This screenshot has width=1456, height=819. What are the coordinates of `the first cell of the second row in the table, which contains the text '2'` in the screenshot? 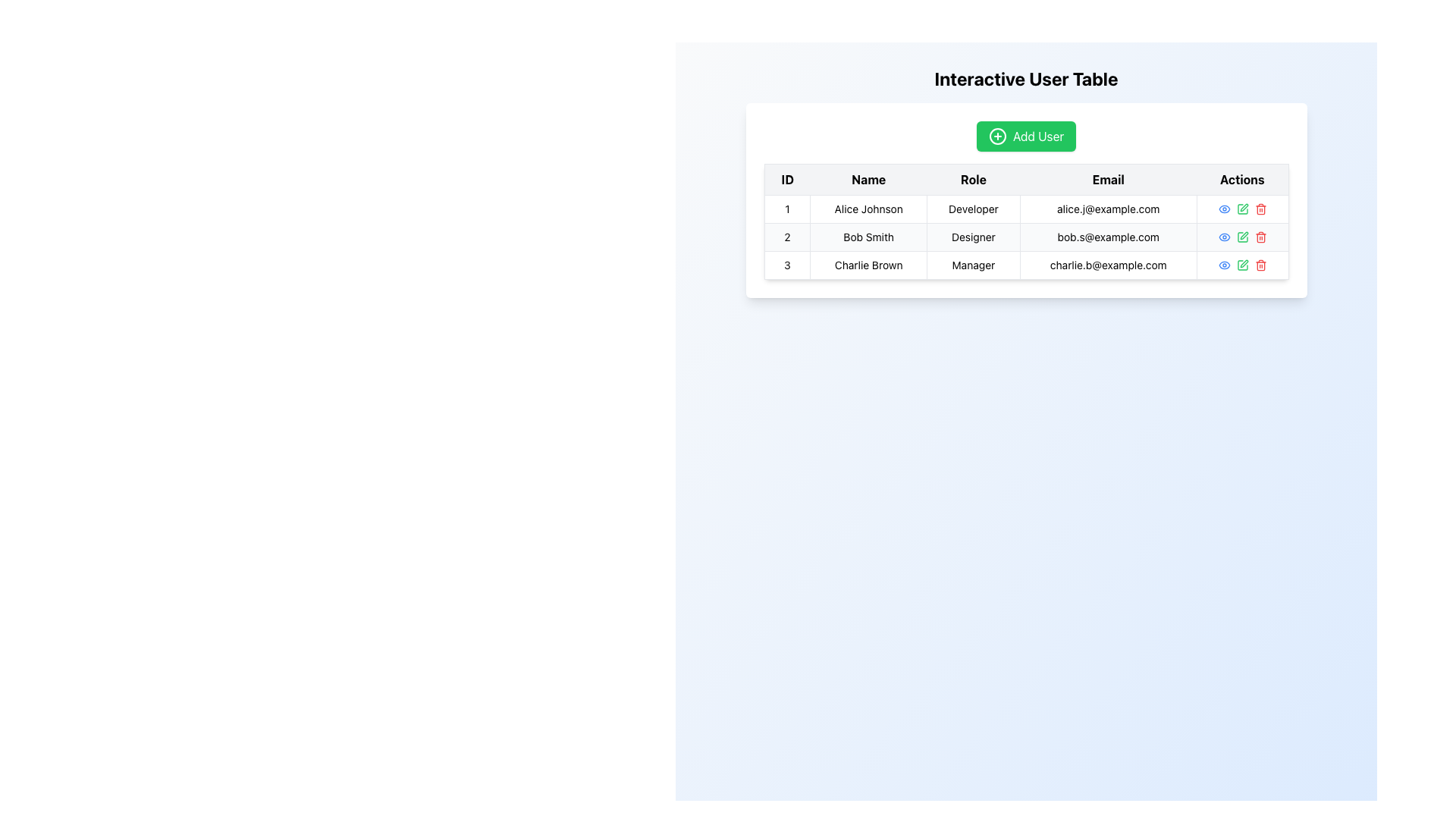 It's located at (787, 237).